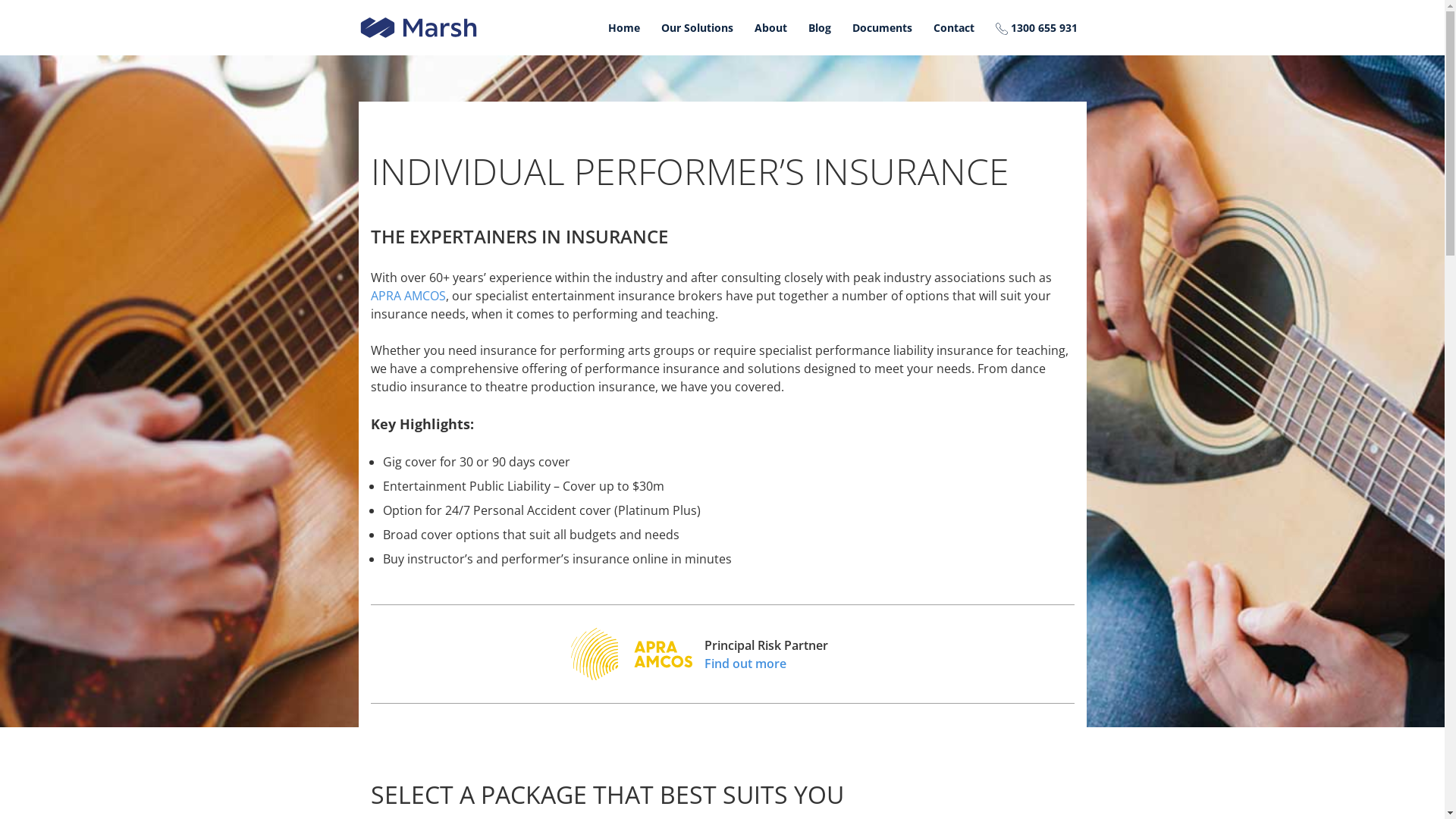 The width and height of the screenshot is (1456, 819). I want to click on 'Home', so click(623, 28).